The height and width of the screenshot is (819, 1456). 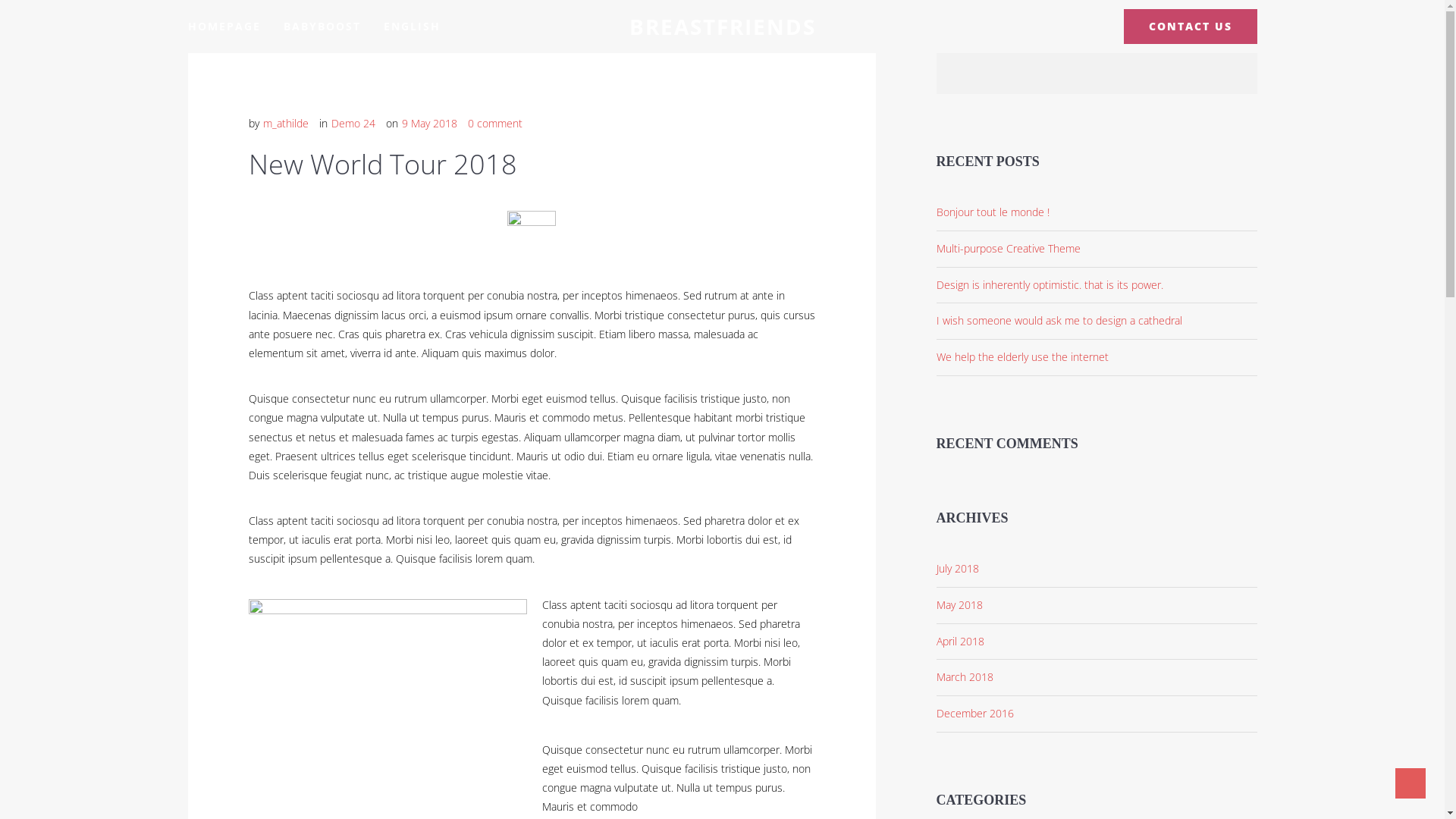 I want to click on 'BREASTFRIENDS', so click(x=722, y=26).